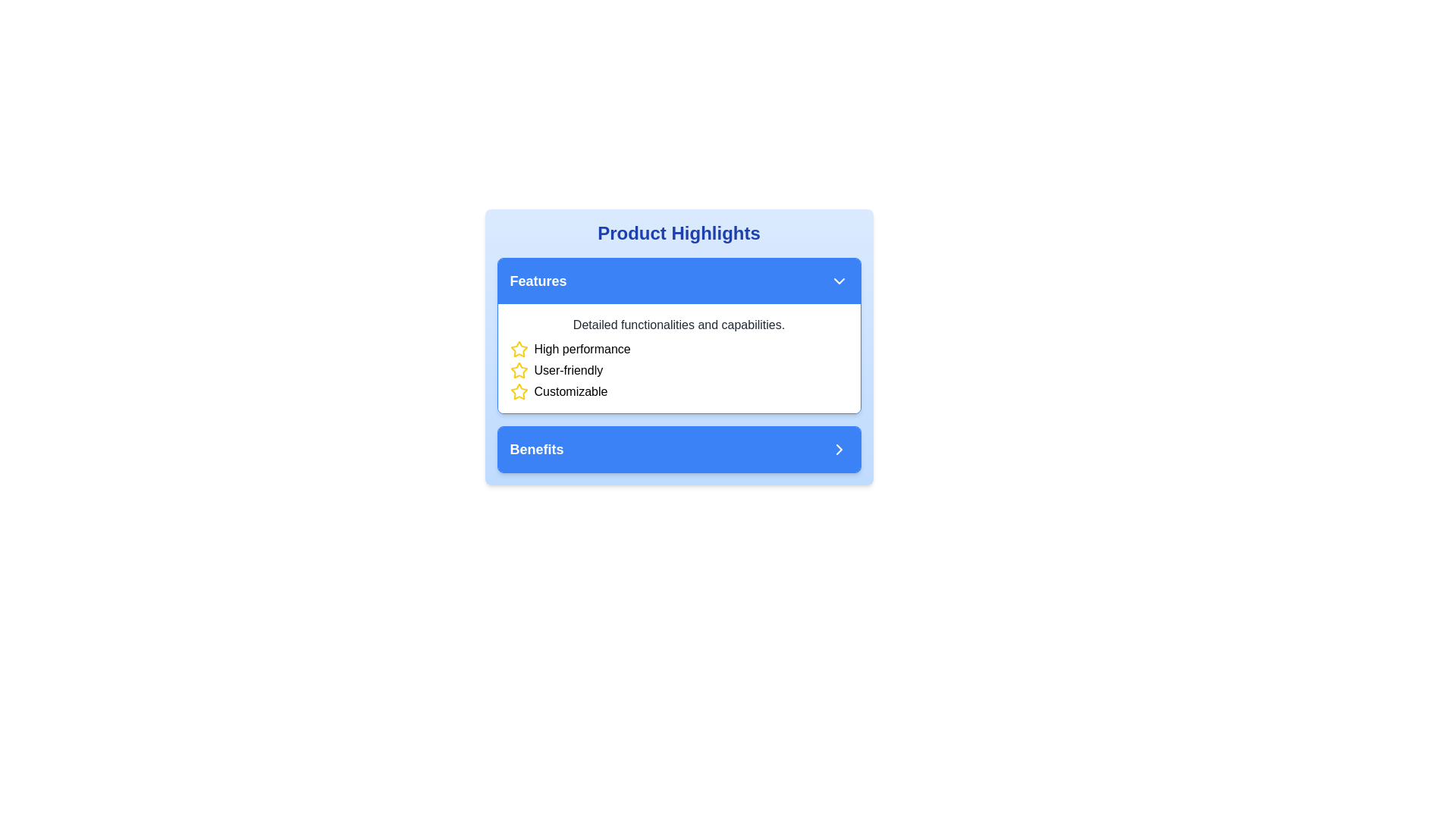 The width and height of the screenshot is (1456, 819). Describe the element at coordinates (678, 449) in the screenshot. I see `the navigation button located at the bottom section of the card-like module` at that location.